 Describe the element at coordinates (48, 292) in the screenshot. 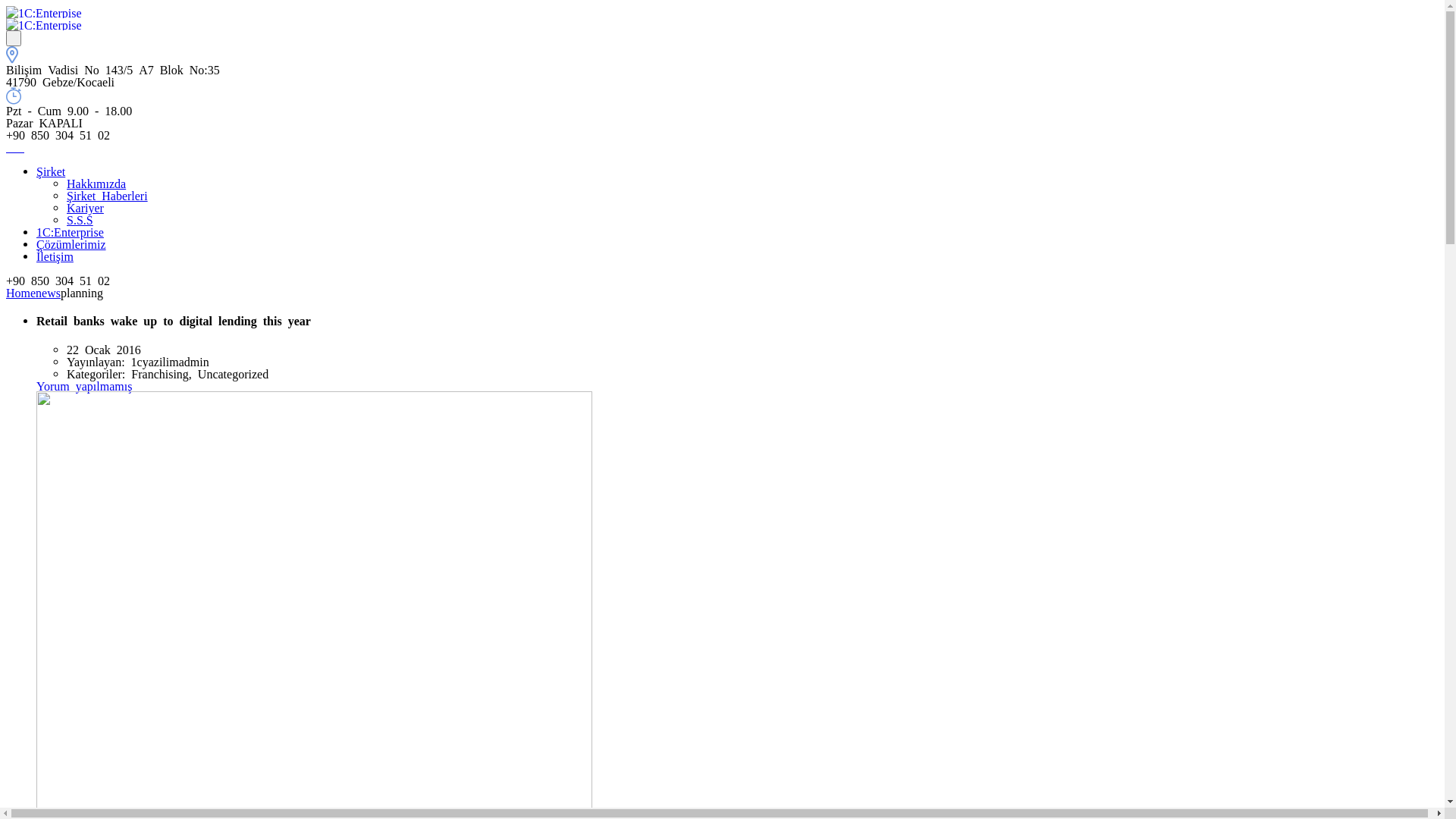

I see `'news'` at that location.